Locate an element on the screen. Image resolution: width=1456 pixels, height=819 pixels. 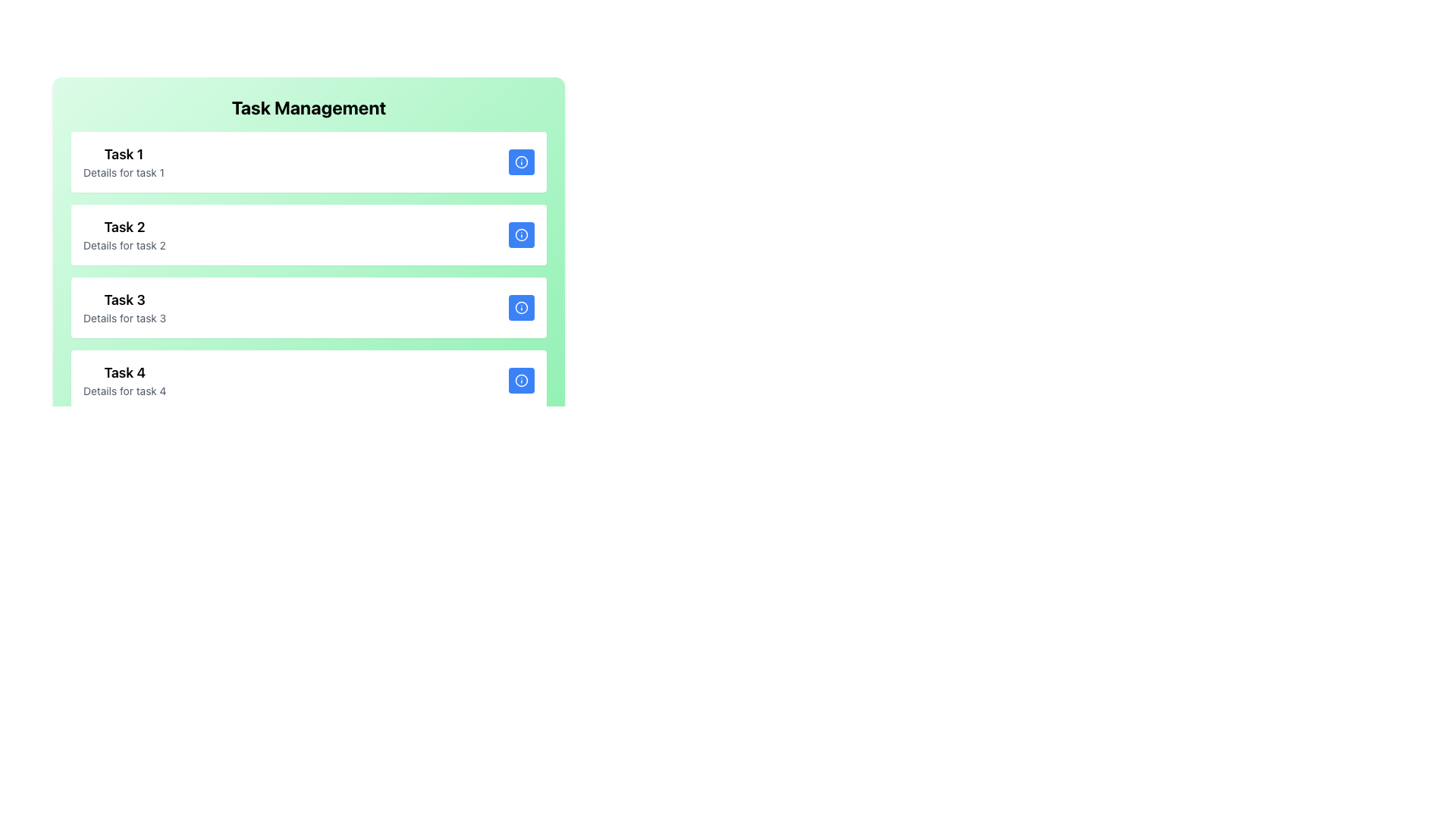
the circular blue information icon on the right side of 'Task 3' in the task list is located at coordinates (521, 307).